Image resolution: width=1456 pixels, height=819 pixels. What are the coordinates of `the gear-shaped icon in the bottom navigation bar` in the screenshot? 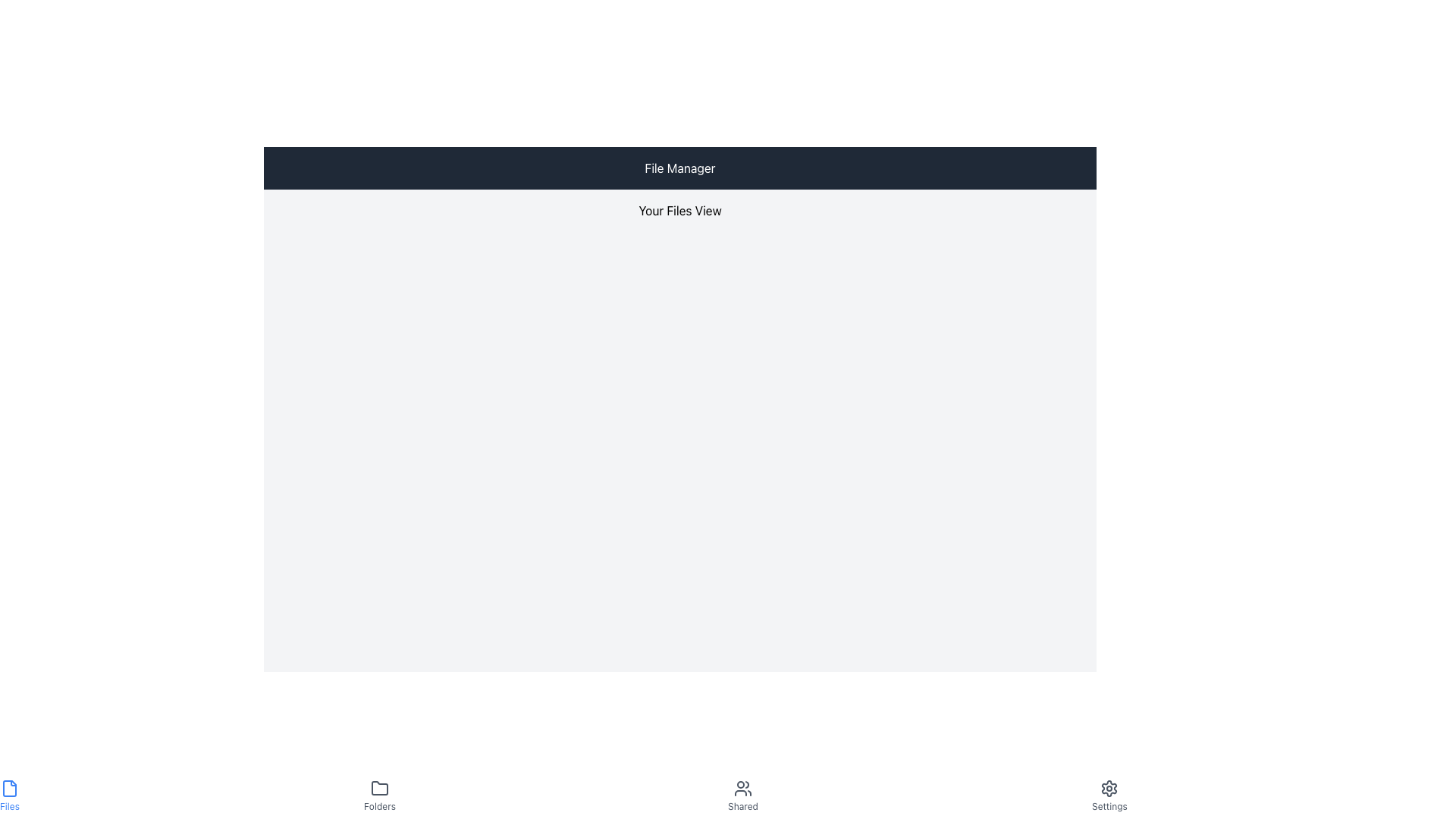 It's located at (1109, 788).